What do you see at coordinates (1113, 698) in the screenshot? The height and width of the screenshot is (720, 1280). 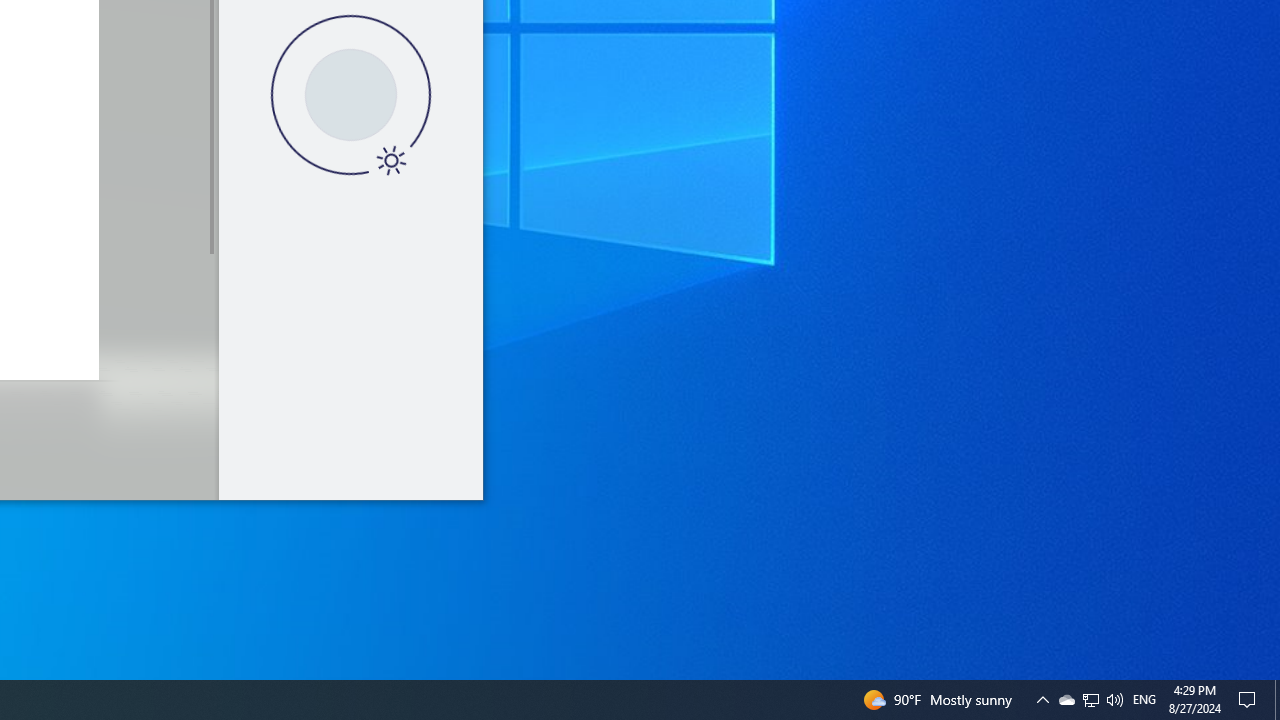 I see `'Q2790: 100%'` at bounding box center [1113, 698].